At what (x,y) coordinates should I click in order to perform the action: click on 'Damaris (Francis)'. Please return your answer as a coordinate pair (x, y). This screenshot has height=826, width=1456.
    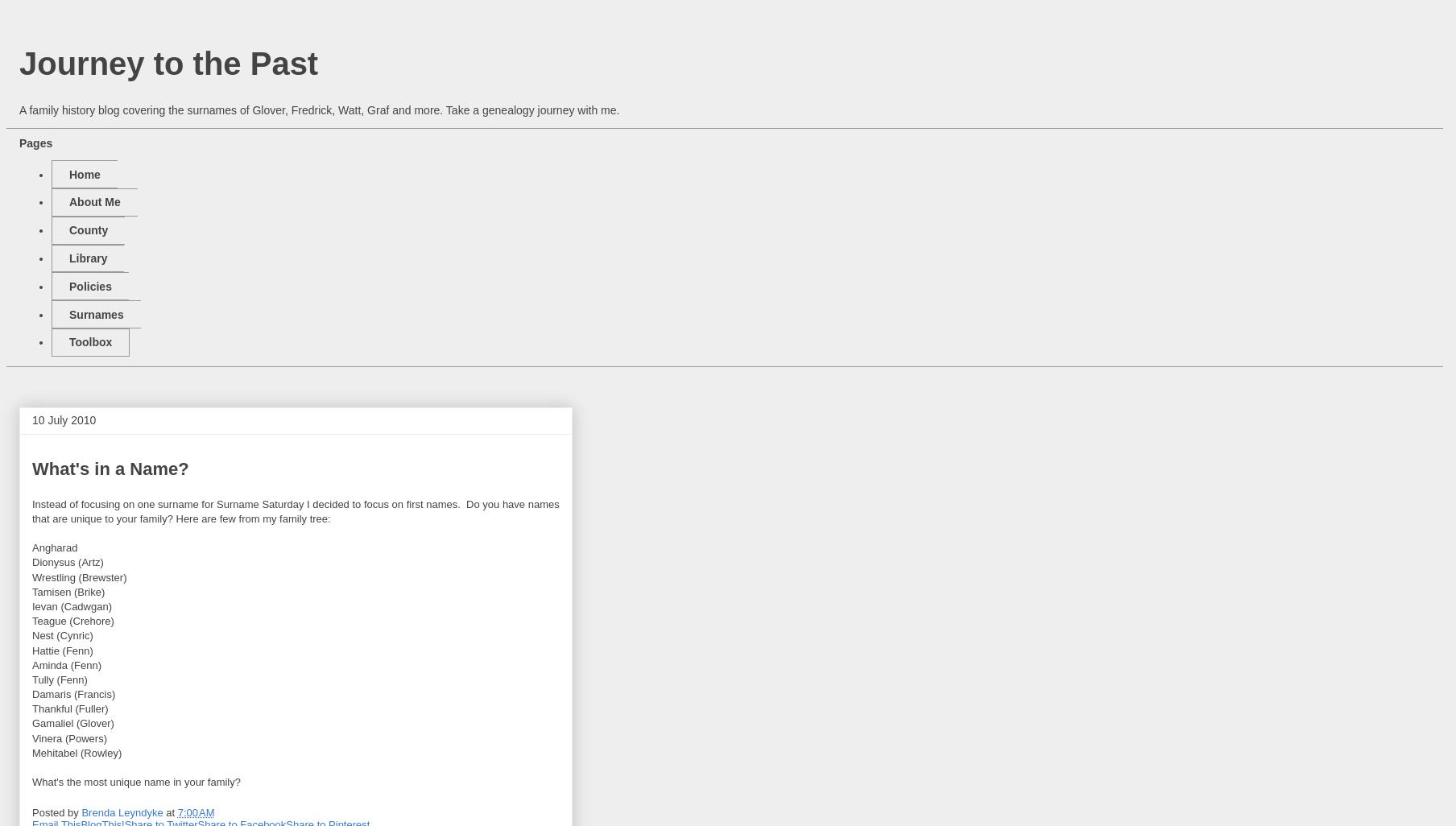
    Looking at the image, I should click on (72, 694).